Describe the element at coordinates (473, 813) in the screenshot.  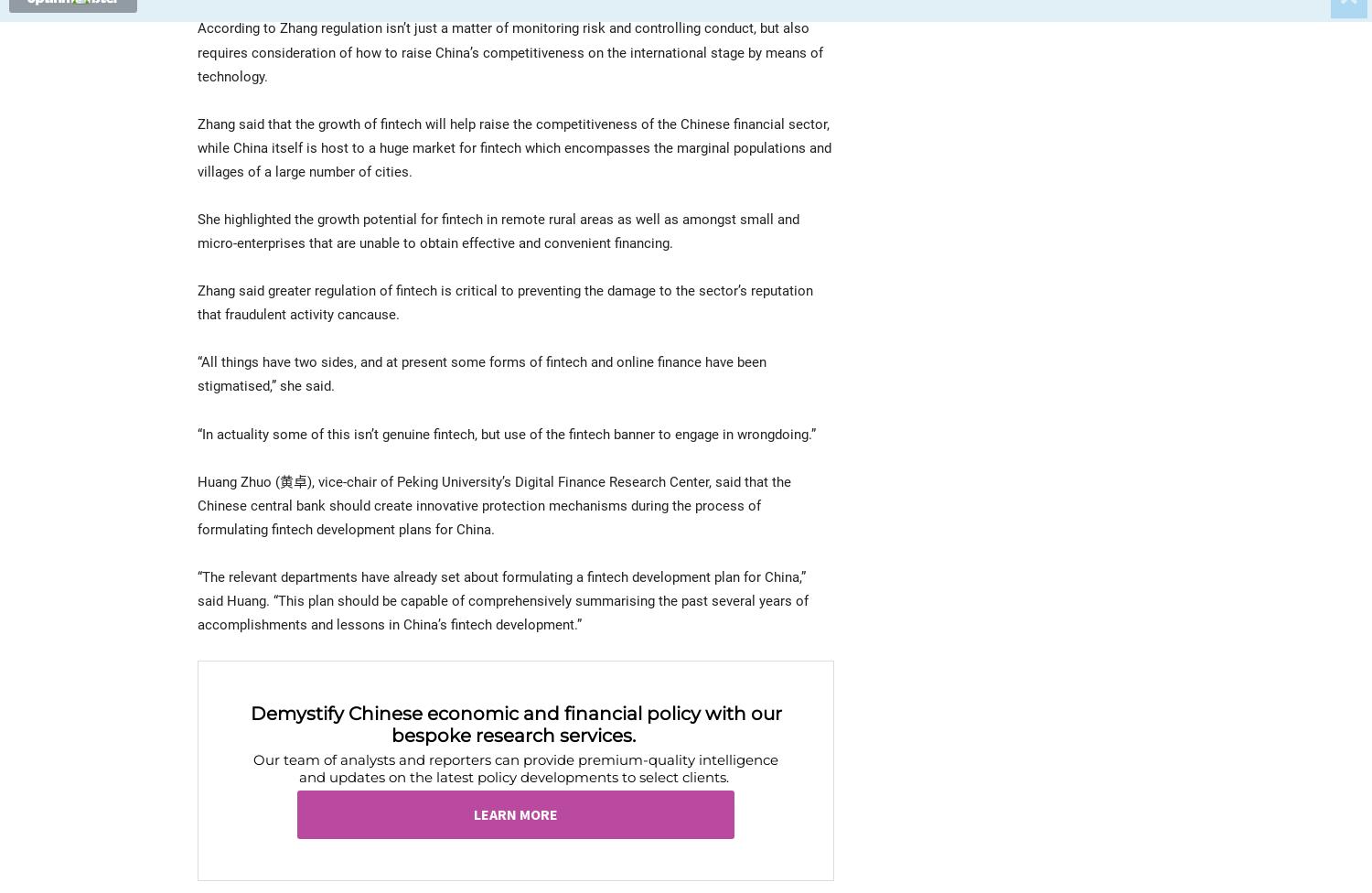
I see `'Learn more'` at that location.